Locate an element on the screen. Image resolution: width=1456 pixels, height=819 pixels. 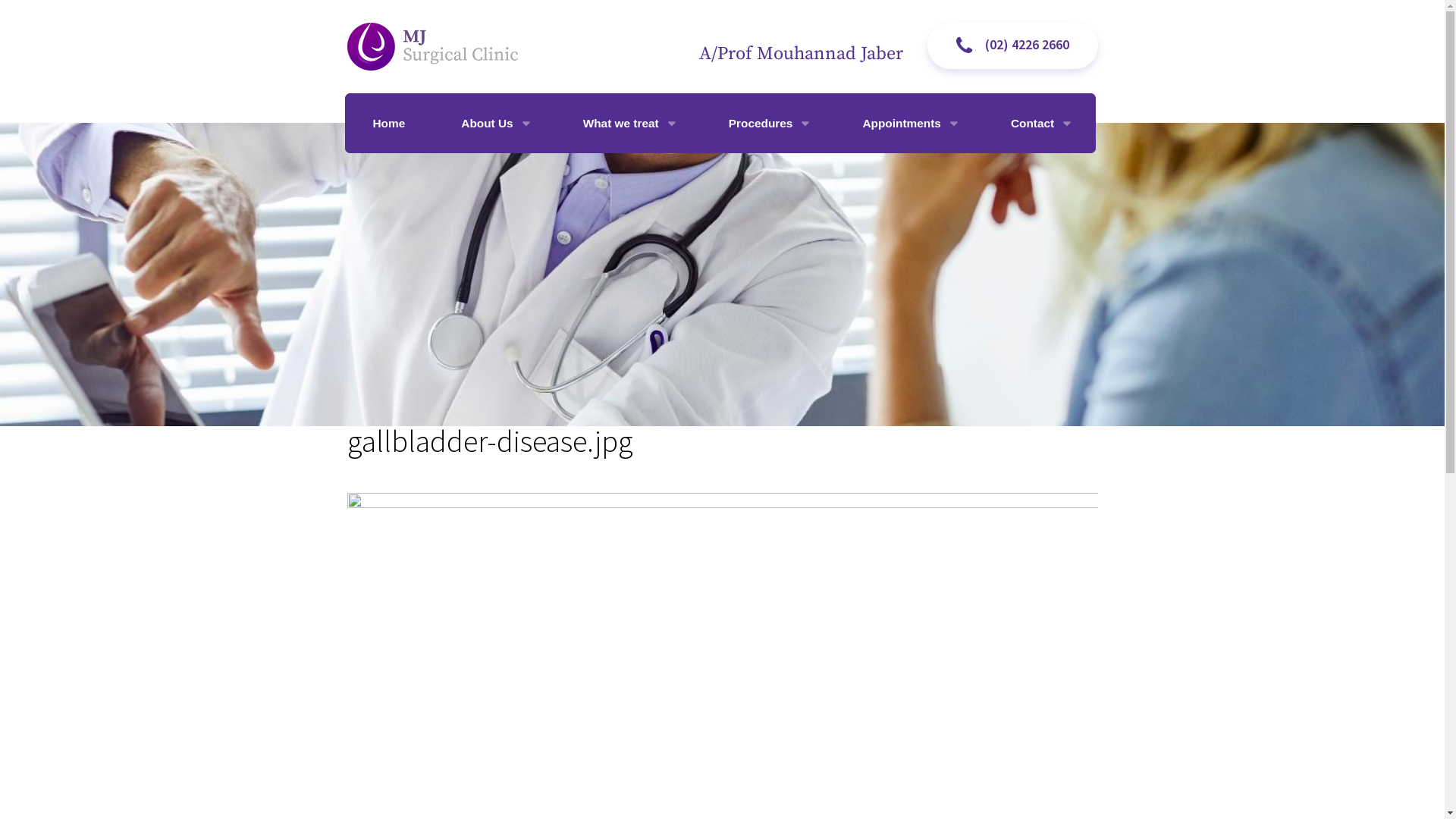
'Home' is located at coordinates (388, 122).